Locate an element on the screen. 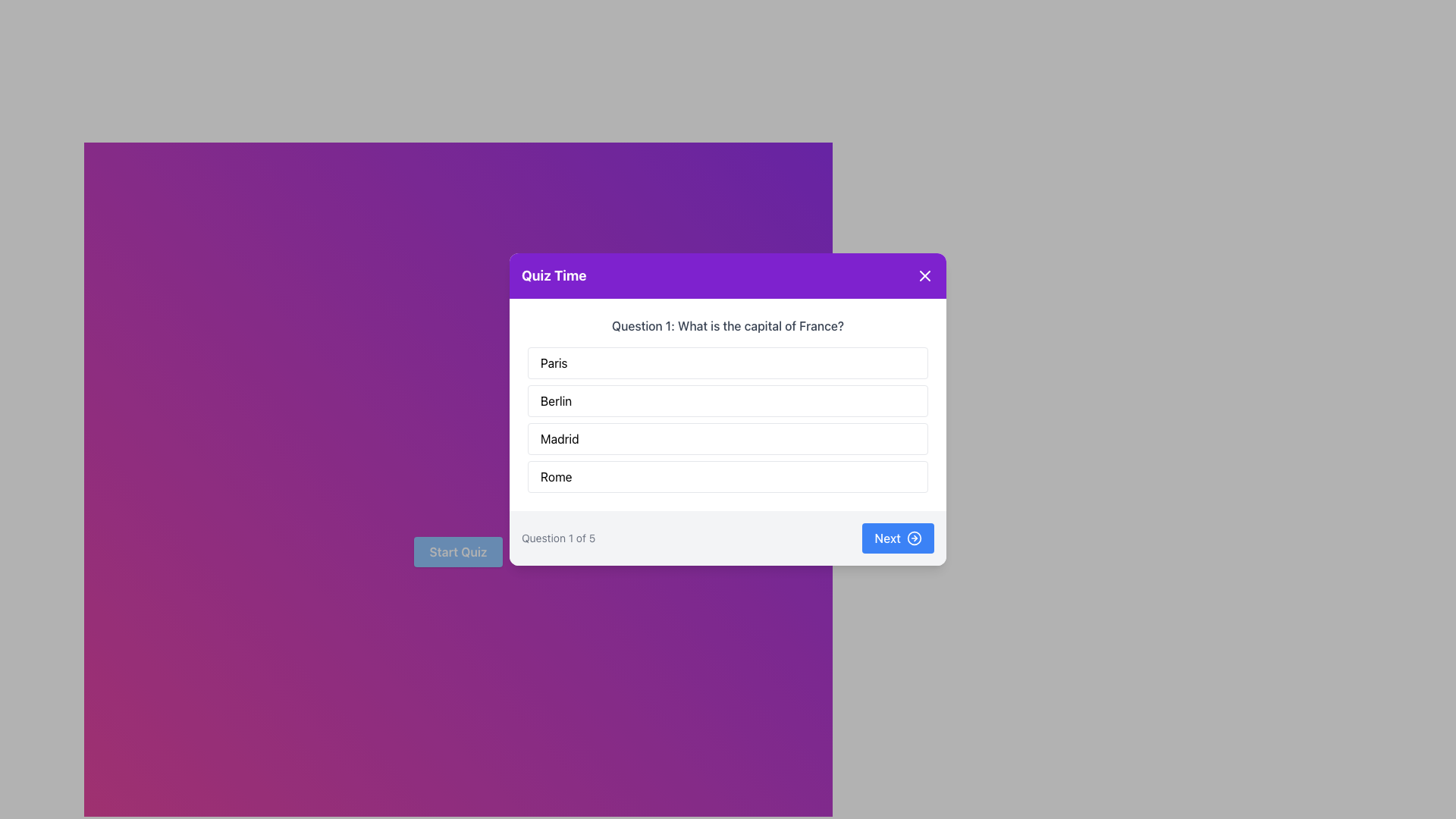  the button labeled 'Paris', which is the first in a vertical group of four buttons is located at coordinates (728, 362).